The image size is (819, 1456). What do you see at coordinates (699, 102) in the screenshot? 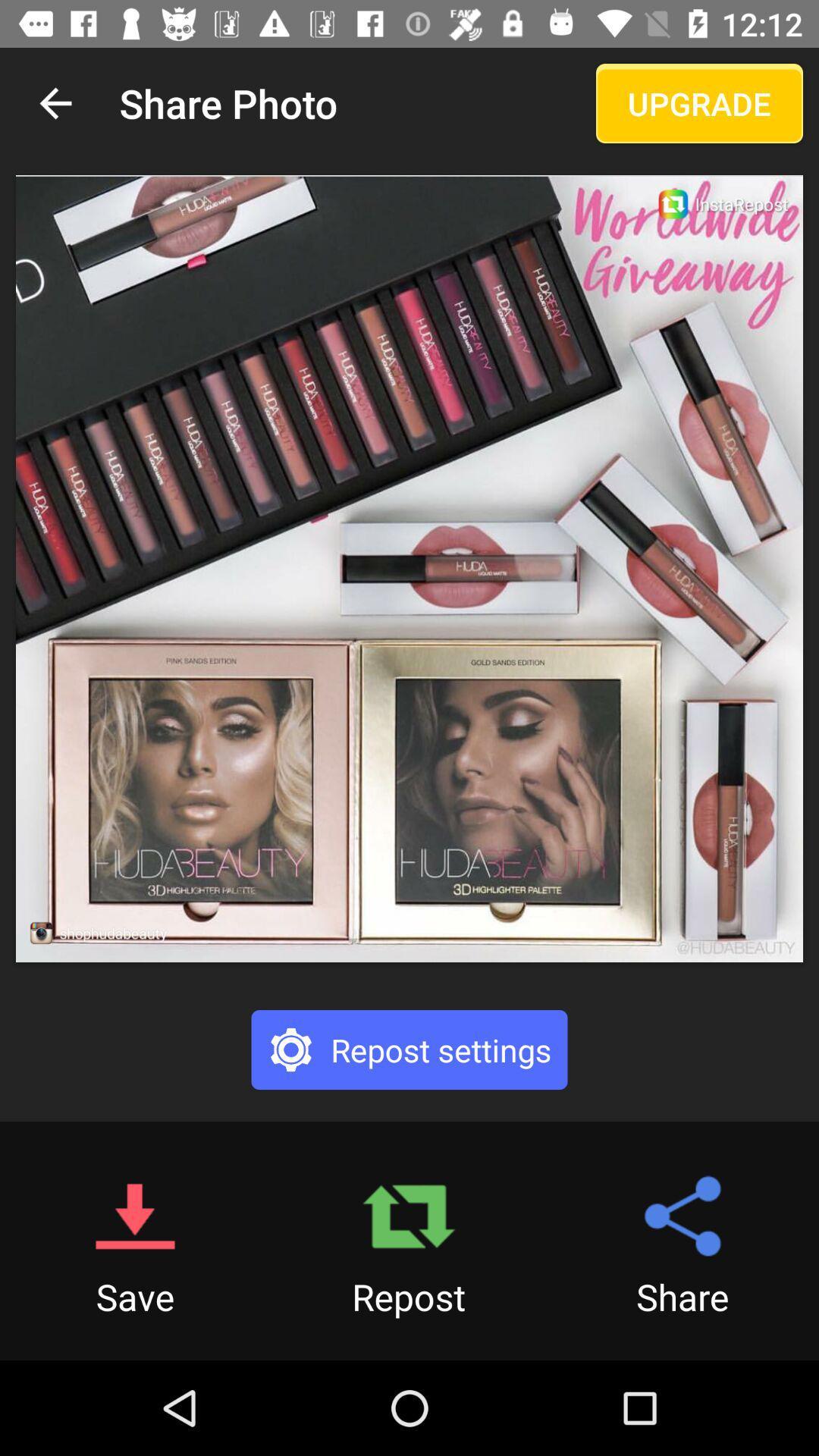
I see `icon next to the share photo item` at bounding box center [699, 102].